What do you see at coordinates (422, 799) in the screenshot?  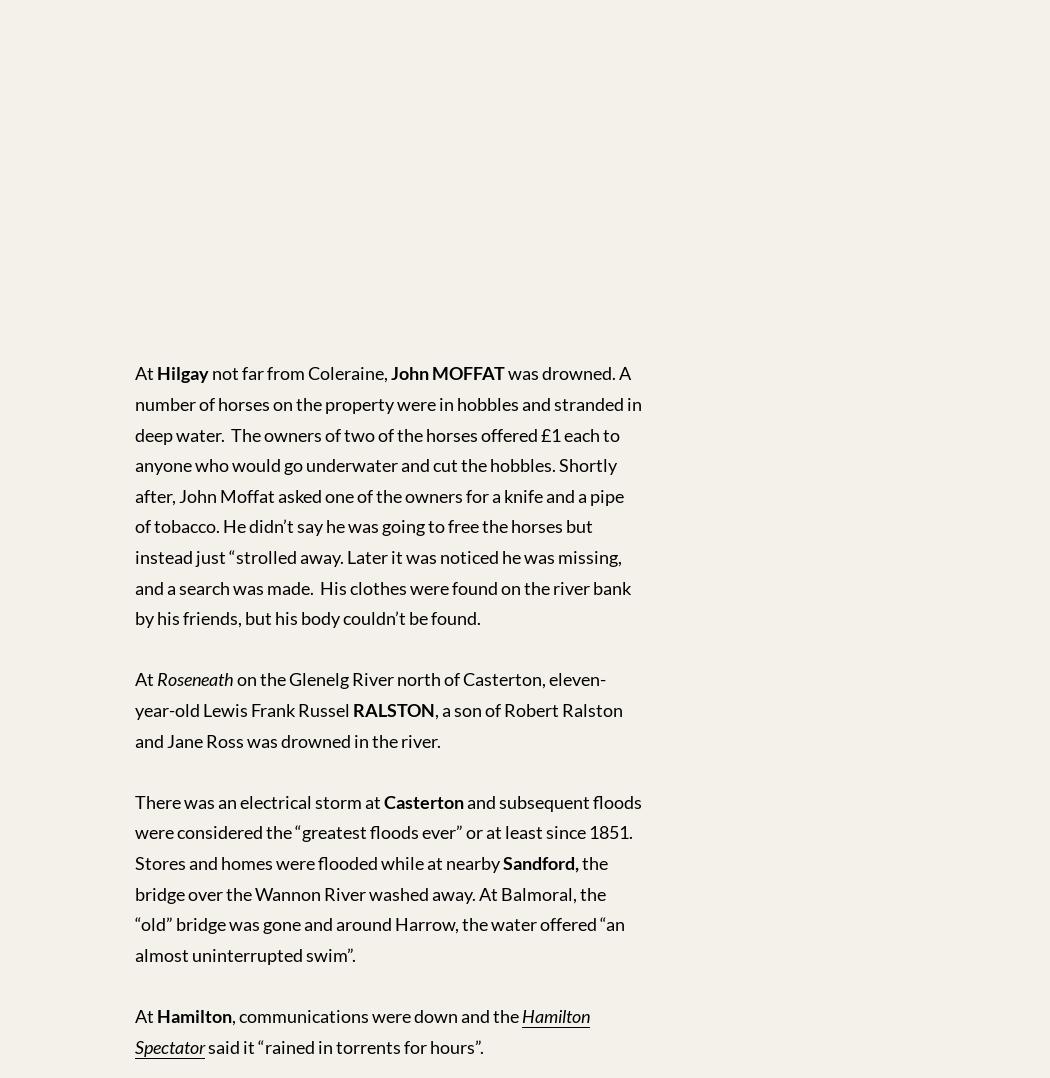 I see `'Casterton'` at bounding box center [422, 799].